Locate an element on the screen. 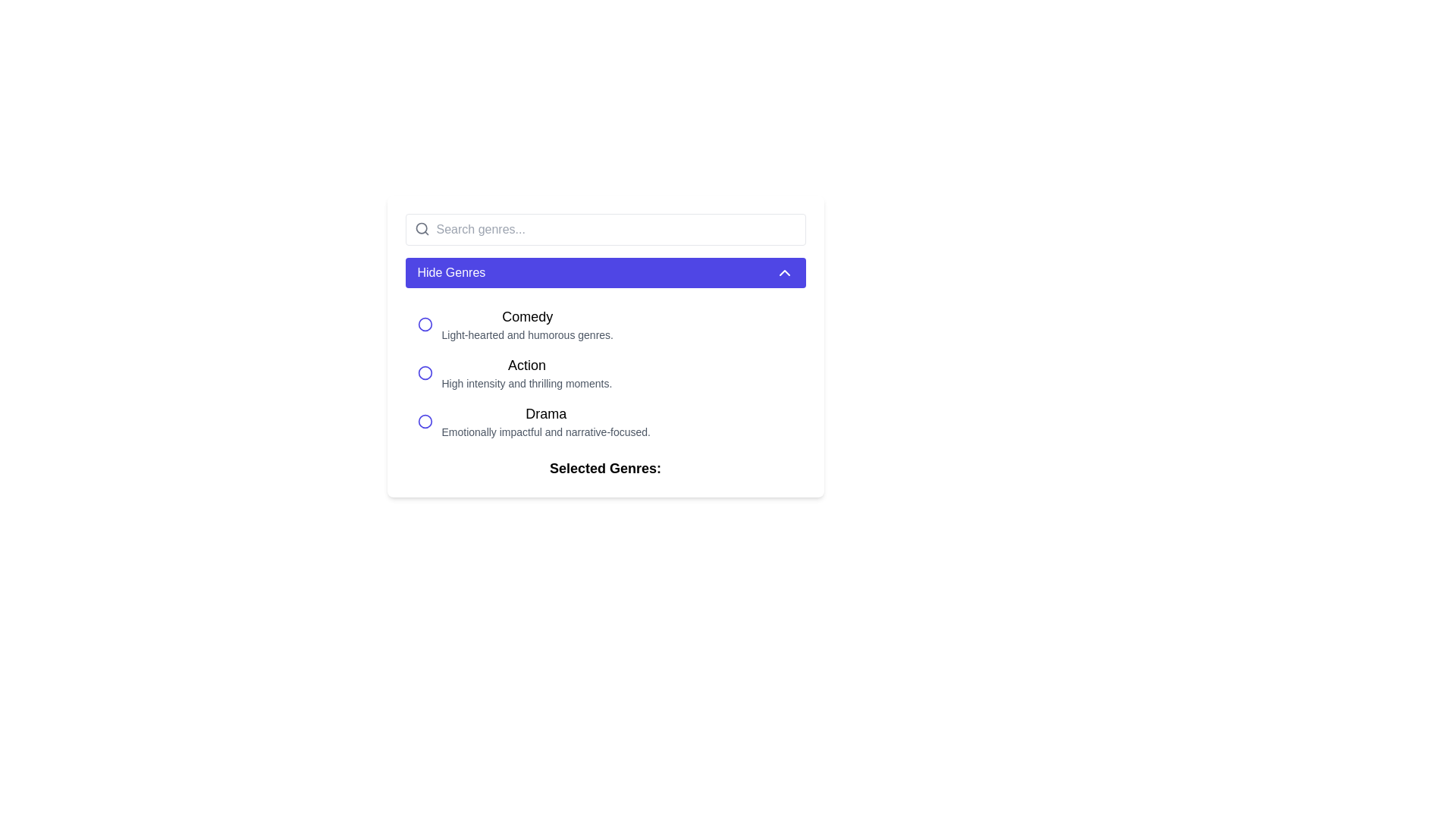 The width and height of the screenshot is (1456, 819). the 'Comedy' genre label, which is the first item in the vertical list of selectable genres, located below the 'Hide Genres' toggle bar is located at coordinates (527, 324).